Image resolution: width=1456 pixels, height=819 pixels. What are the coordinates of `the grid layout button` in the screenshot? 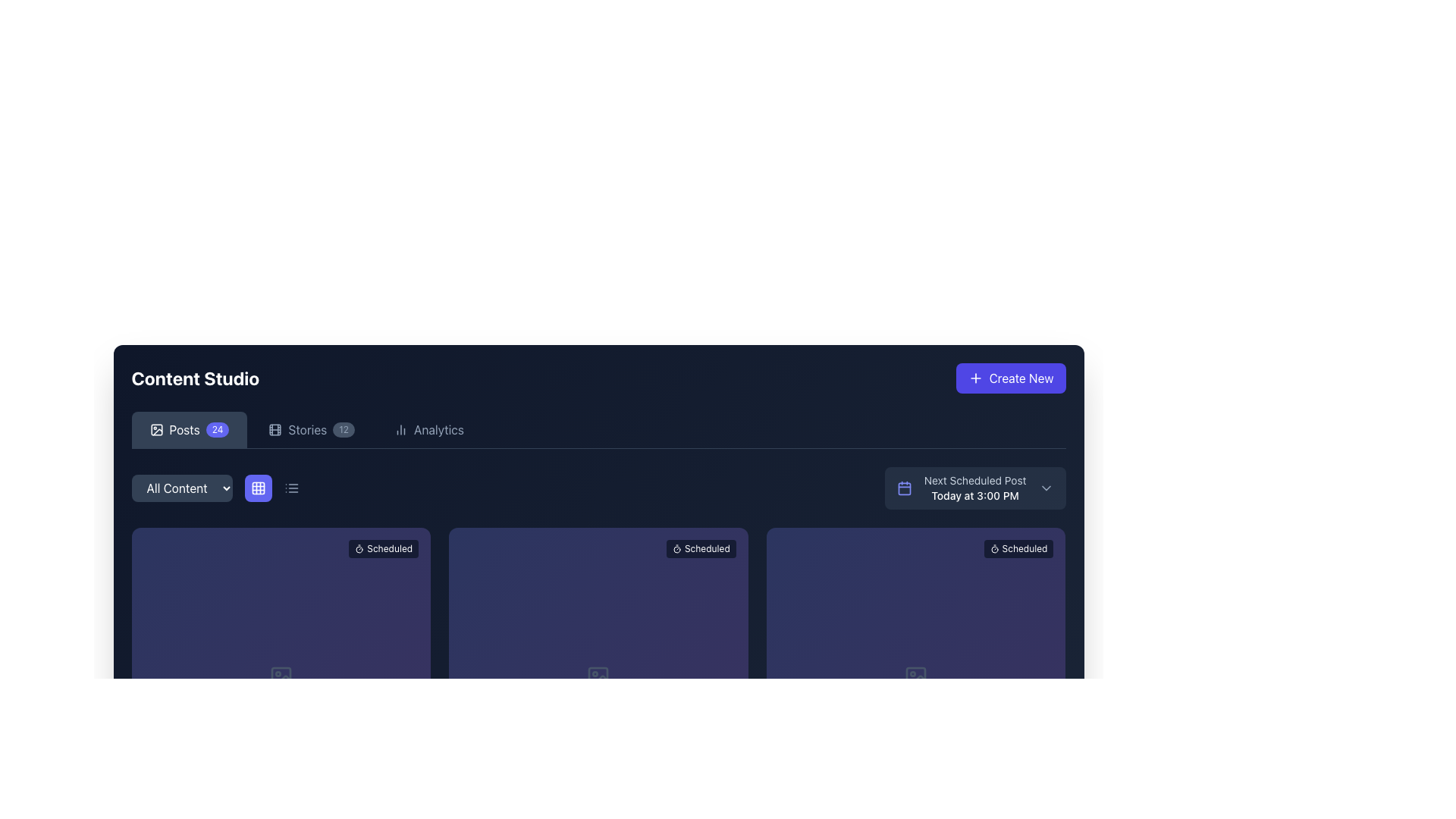 It's located at (258, 488).